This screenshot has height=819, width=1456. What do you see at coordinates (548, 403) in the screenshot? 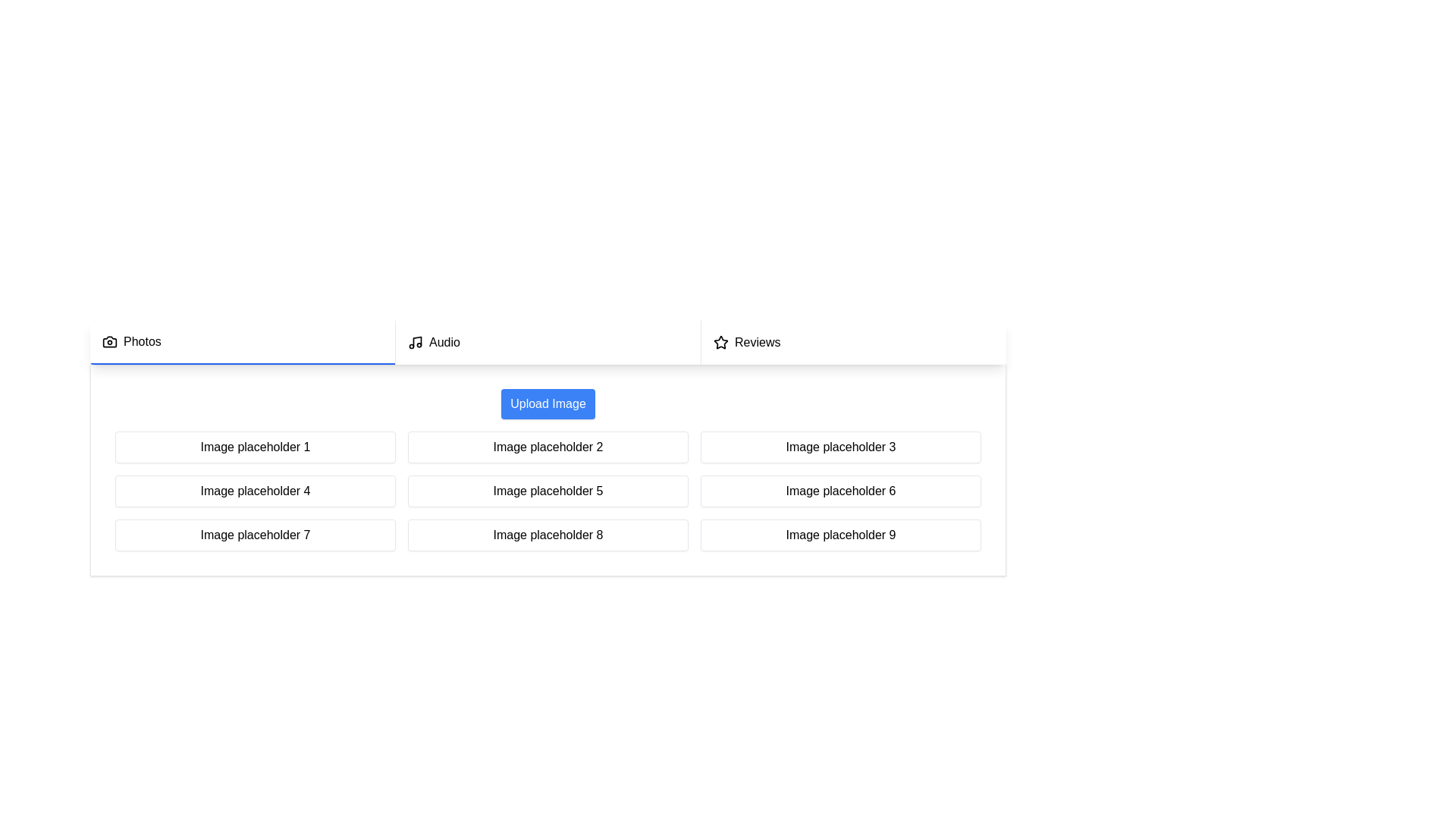
I see `the 'Upload Image' button` at bounding box center [548, 403].